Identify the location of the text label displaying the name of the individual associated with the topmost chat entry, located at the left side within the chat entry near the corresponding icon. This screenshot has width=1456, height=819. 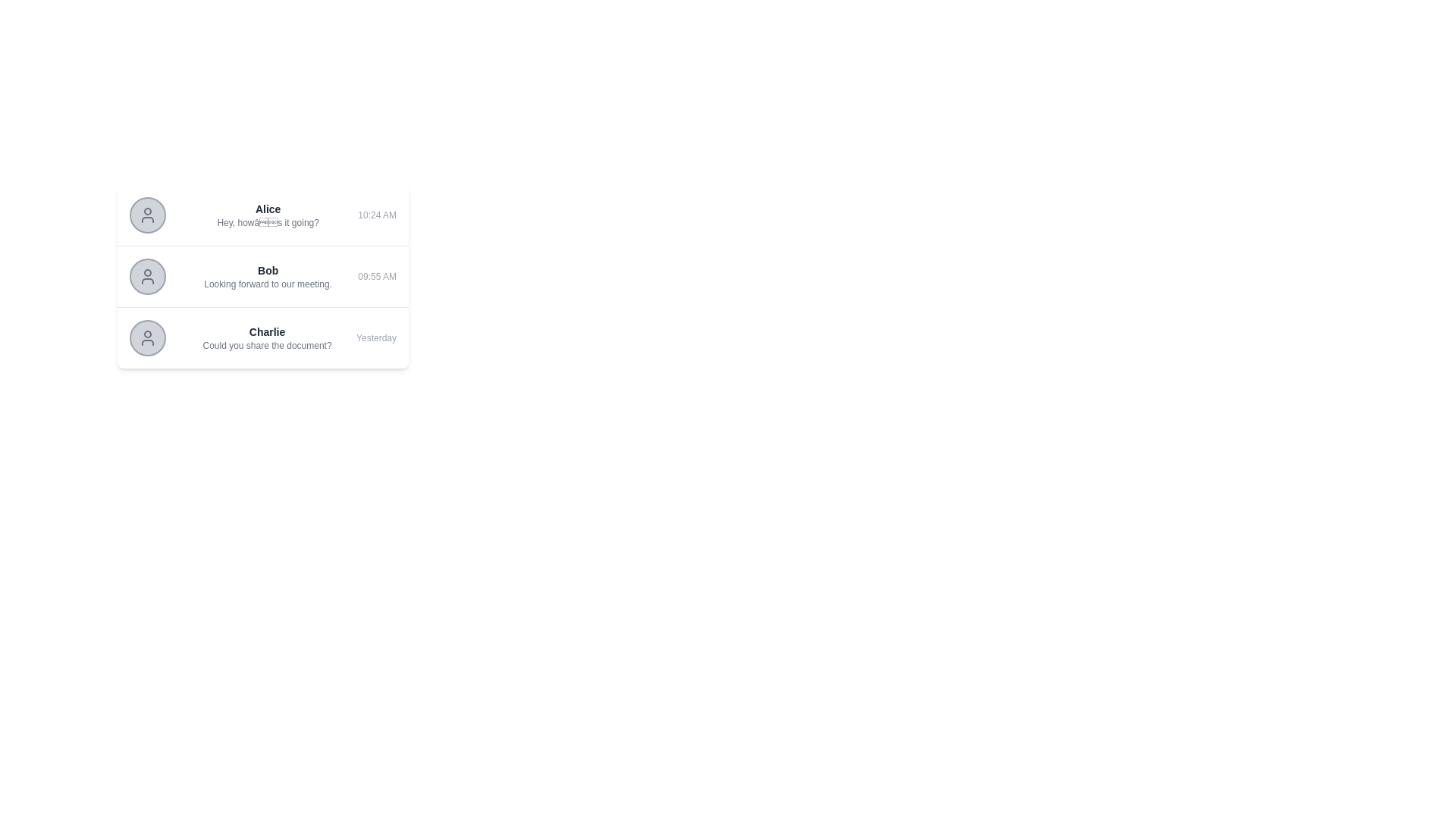
(268, 209).